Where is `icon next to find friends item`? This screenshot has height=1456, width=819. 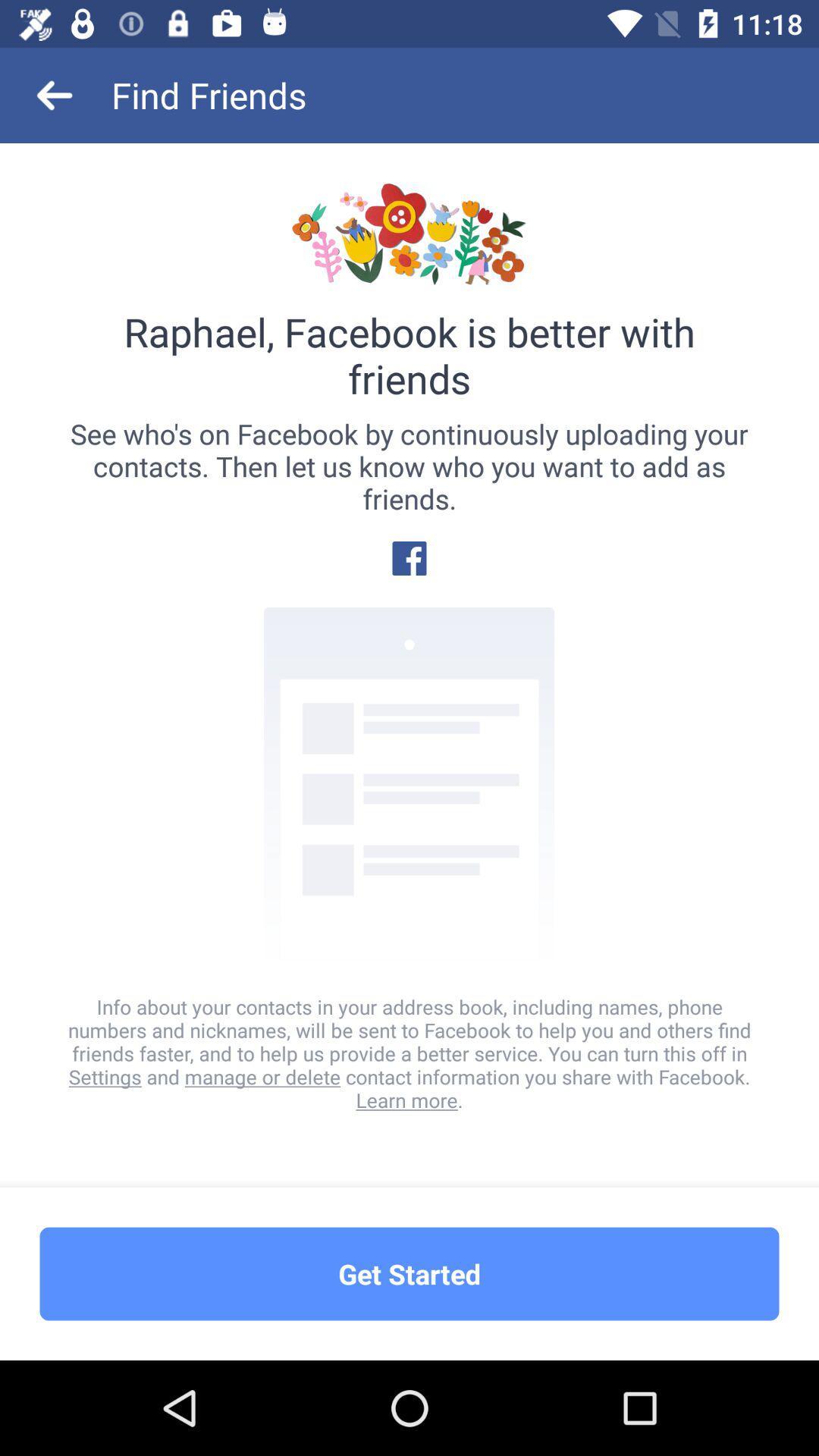
icon next to find friends item is located at coordinates (55, 94).